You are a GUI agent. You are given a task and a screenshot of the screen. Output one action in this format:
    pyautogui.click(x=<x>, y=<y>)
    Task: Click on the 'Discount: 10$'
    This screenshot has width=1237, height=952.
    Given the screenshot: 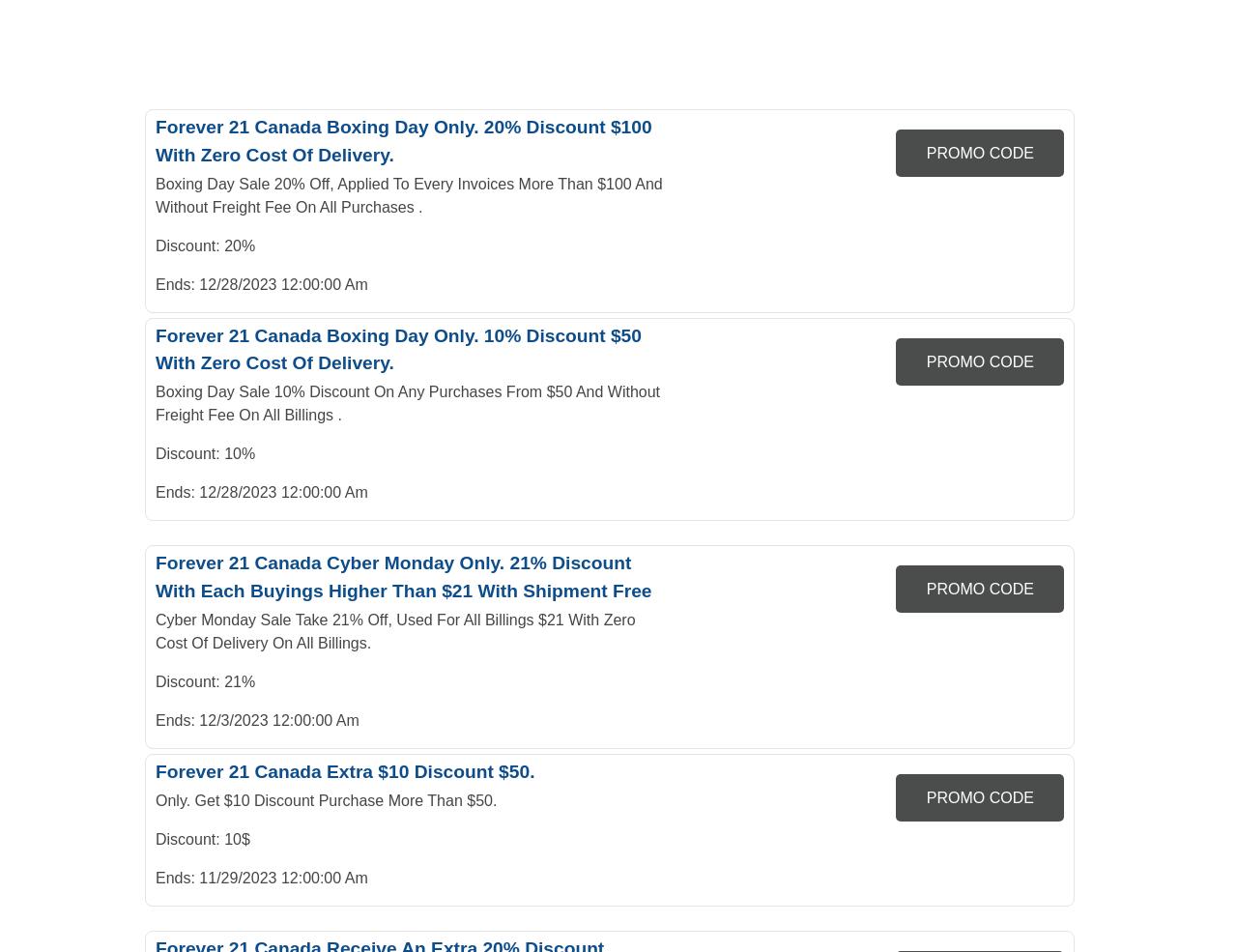 What is the action you would take?
    pyautogui.click(x=202, y=837)
    